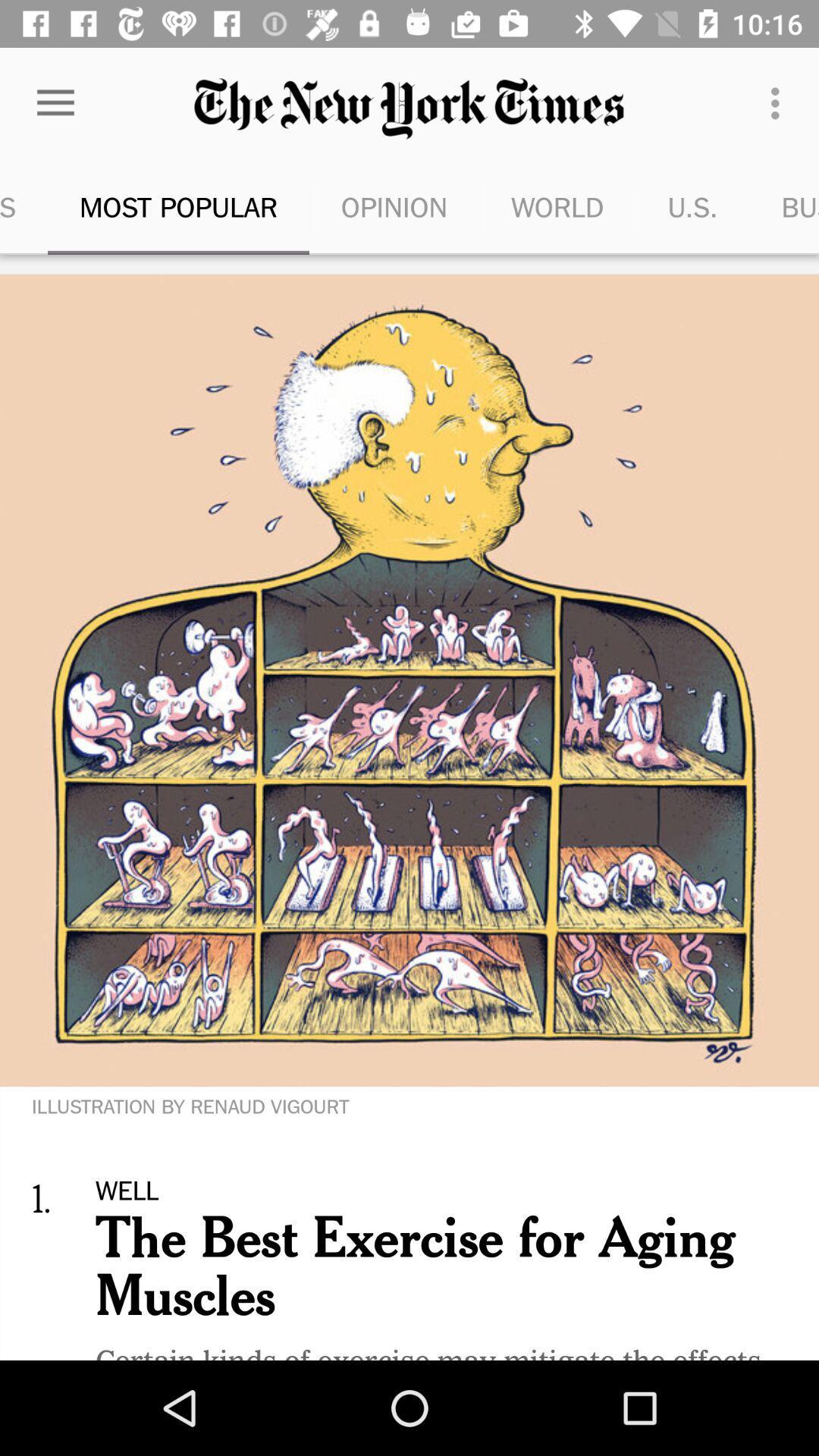 The width and height of the screenshot is (819, 1456). What do you see at coordinates (177, 206) in the screenshot?
I see `most popular icon` at bounding box center [177, 206].